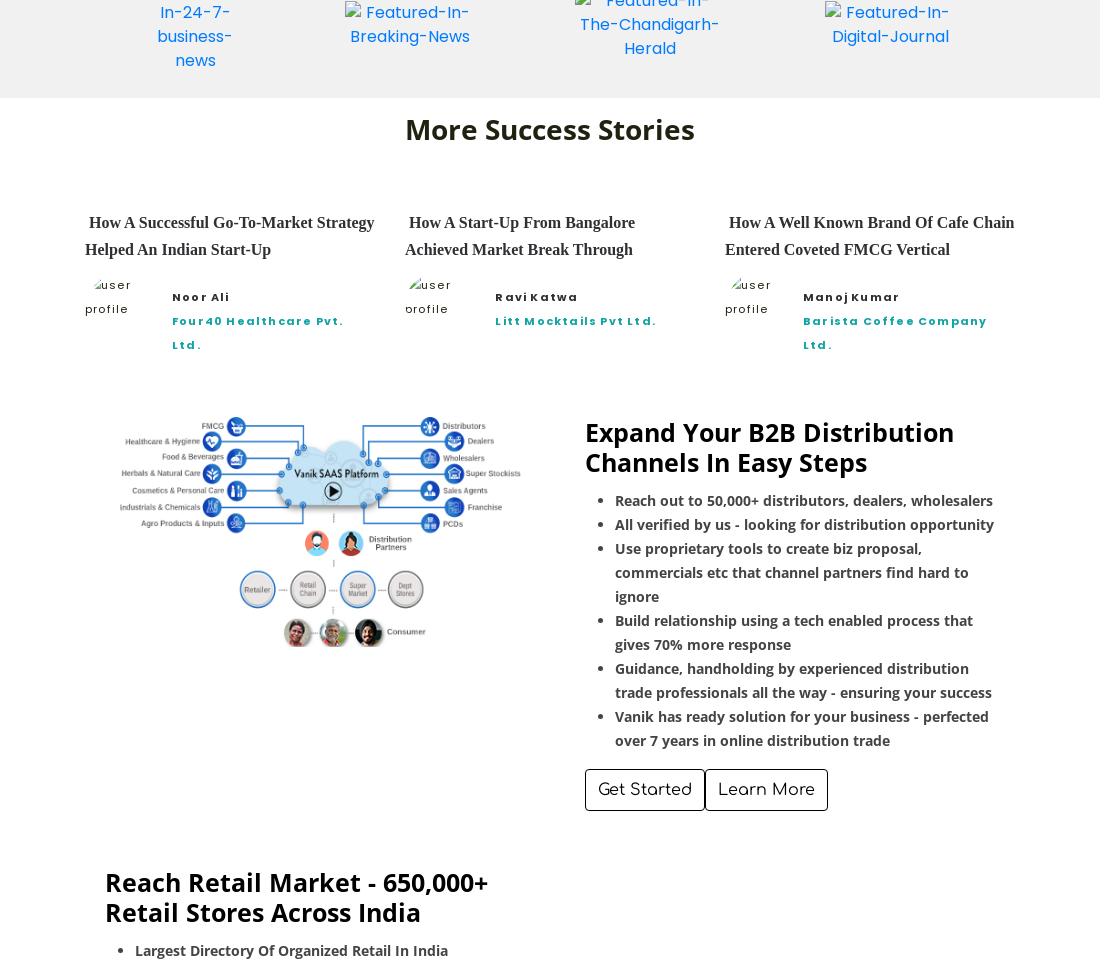 This screenshot has height=968, width=1115. What do you see at coordinates (766, 788) in the screenshot?
I see `'Learn More'` at bounding box center [766, 788].